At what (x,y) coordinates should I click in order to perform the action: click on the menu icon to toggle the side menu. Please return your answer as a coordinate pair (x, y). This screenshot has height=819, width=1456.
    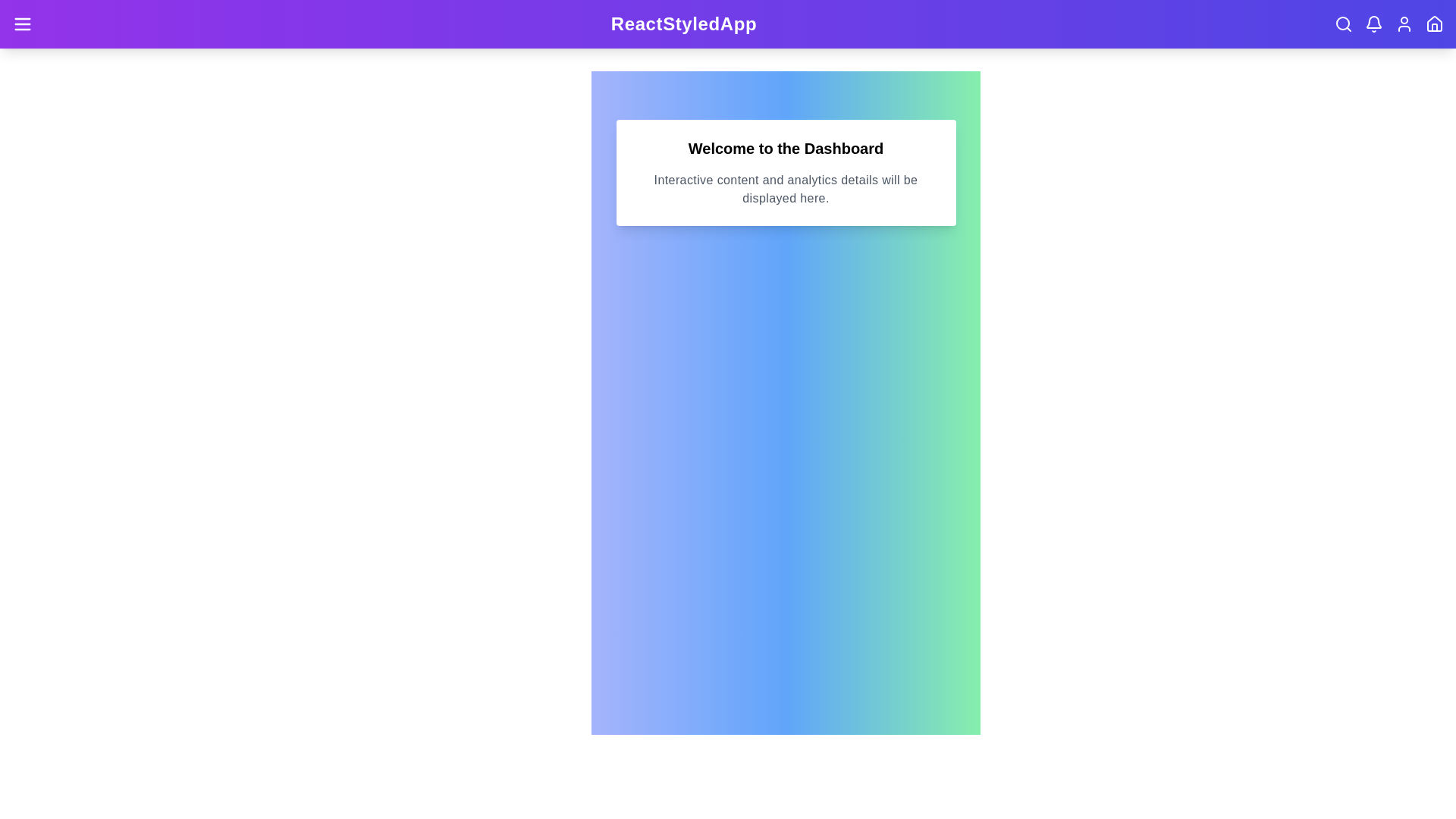
    Looking at the image, I should click on (22, 24).